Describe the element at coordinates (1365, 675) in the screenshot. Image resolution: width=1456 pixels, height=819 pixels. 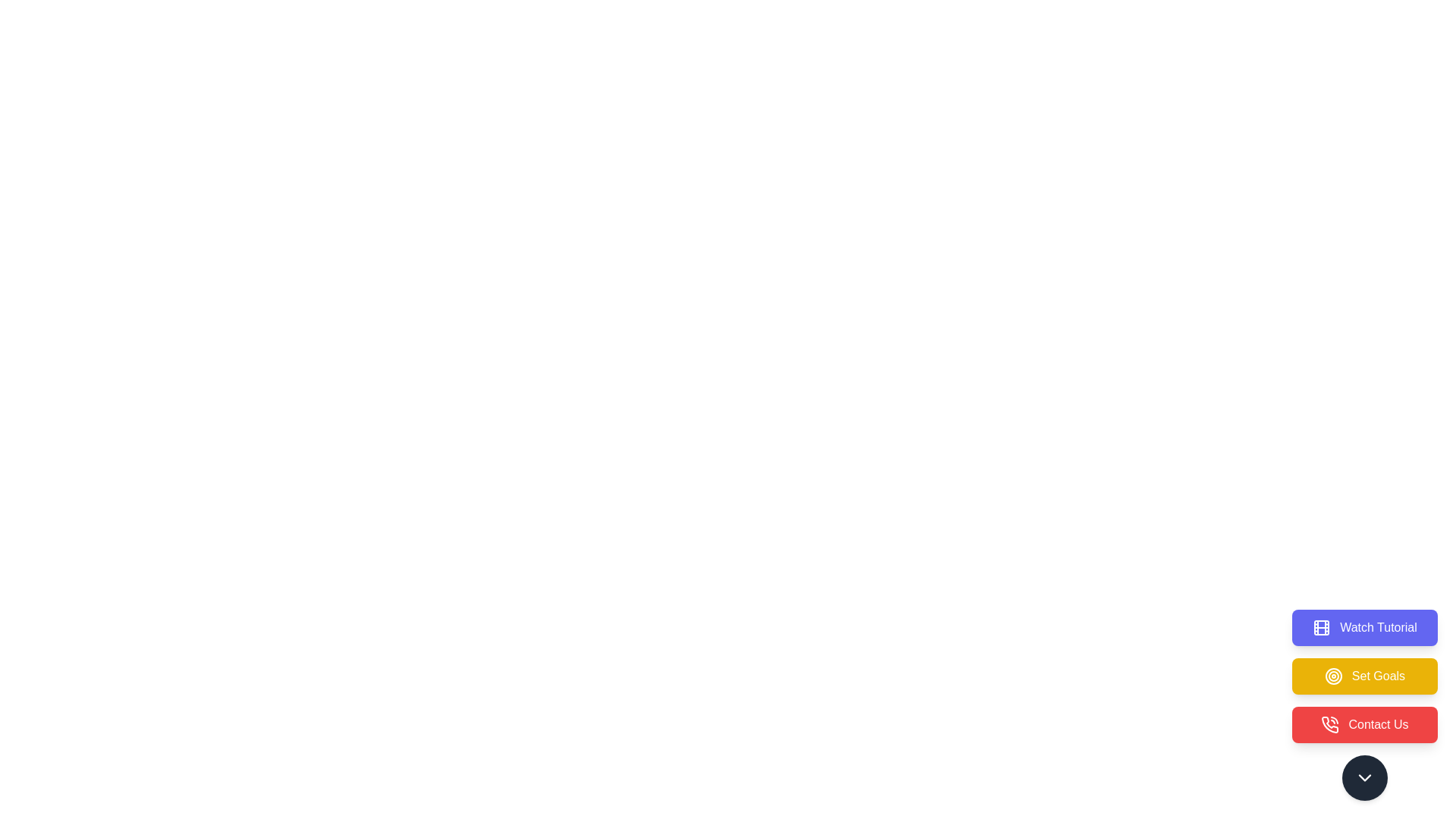
I see `the button labeled Set Goals to observe its hover effect` at that location.